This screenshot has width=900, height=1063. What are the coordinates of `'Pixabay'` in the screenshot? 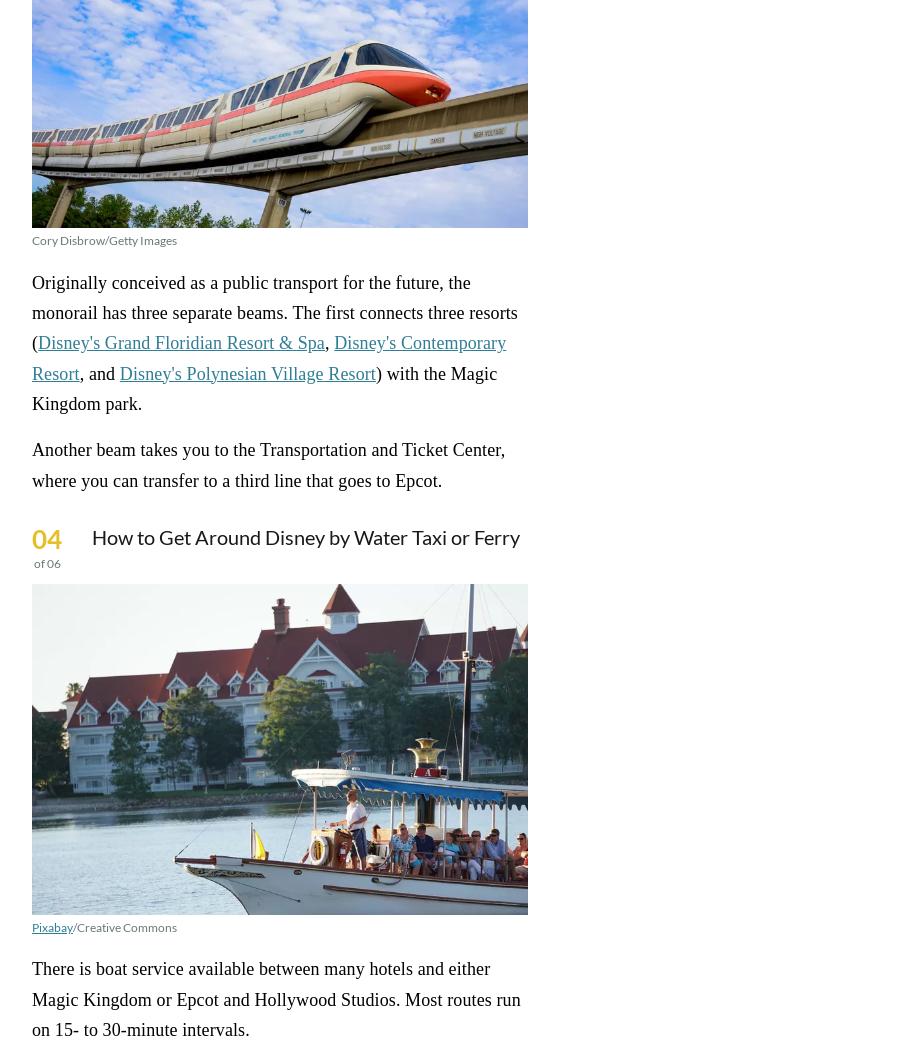 It's located at (31, 926).